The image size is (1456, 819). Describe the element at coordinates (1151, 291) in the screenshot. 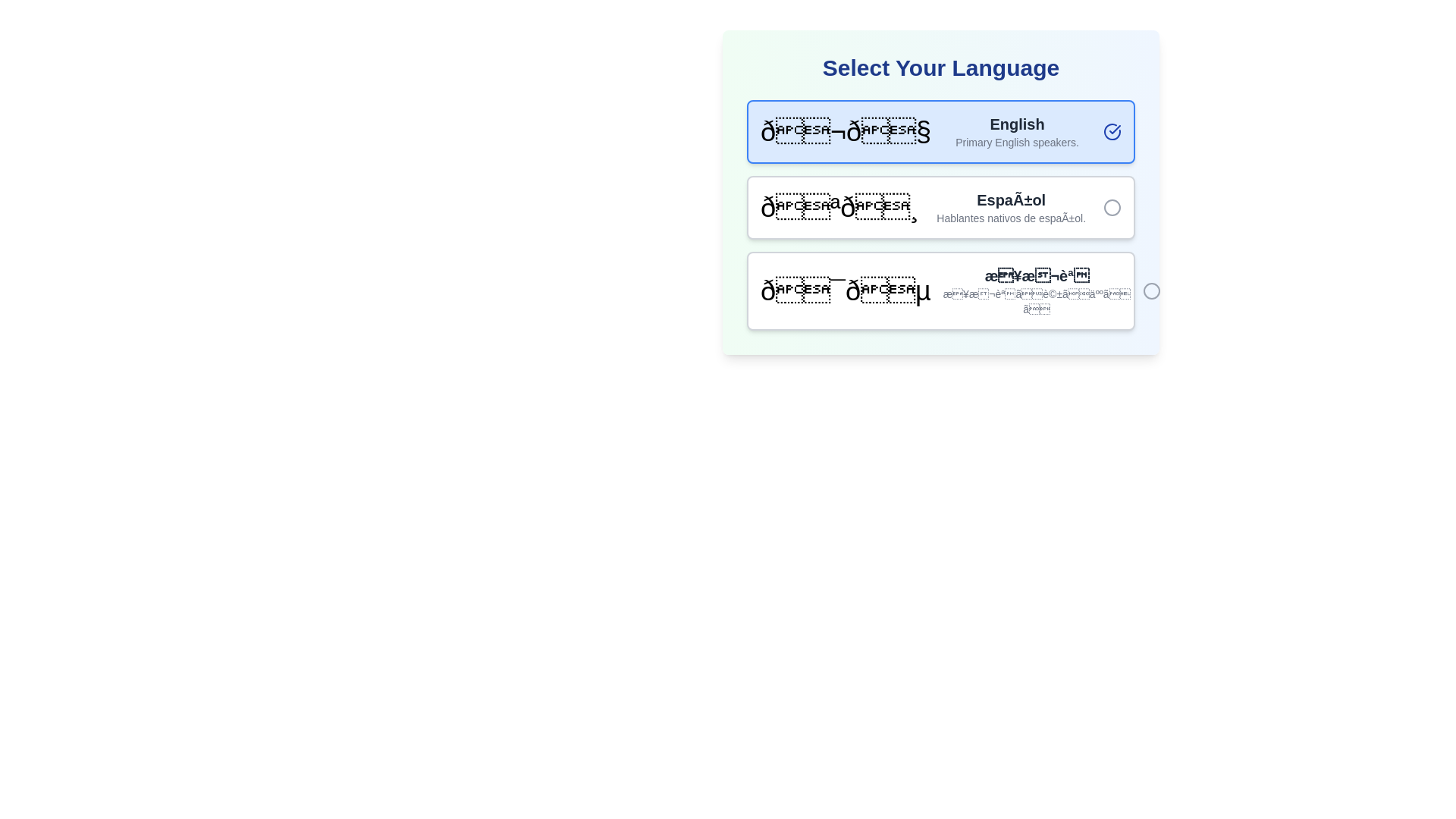

I see `the circular radio button located at the bottom-most option of the 'Select Your Language' section to possibly reveal additional information` at that location.